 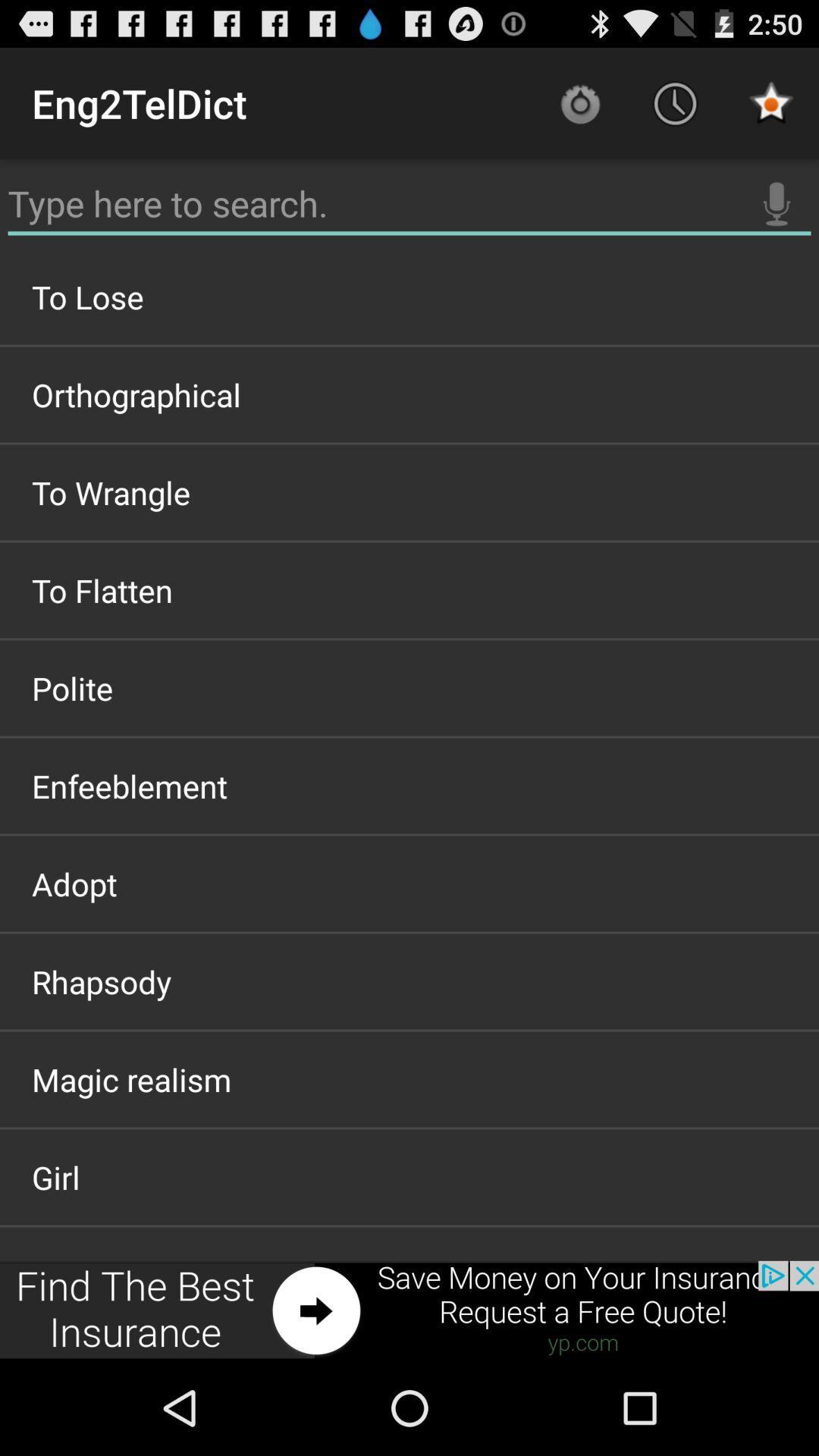 I want to click on search for desired information, so click(x=409, y=203).